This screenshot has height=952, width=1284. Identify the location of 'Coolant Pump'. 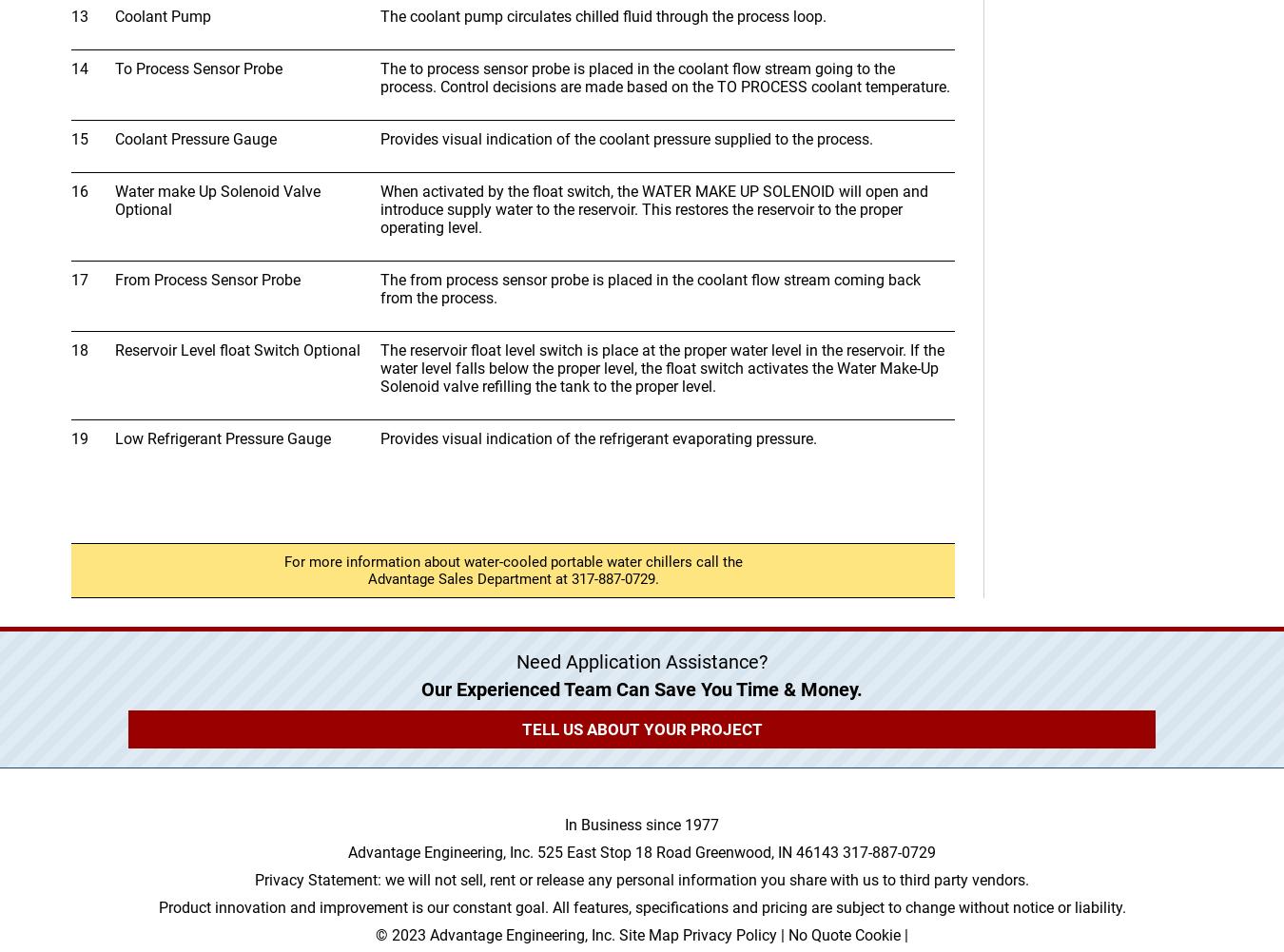
(163, 16).